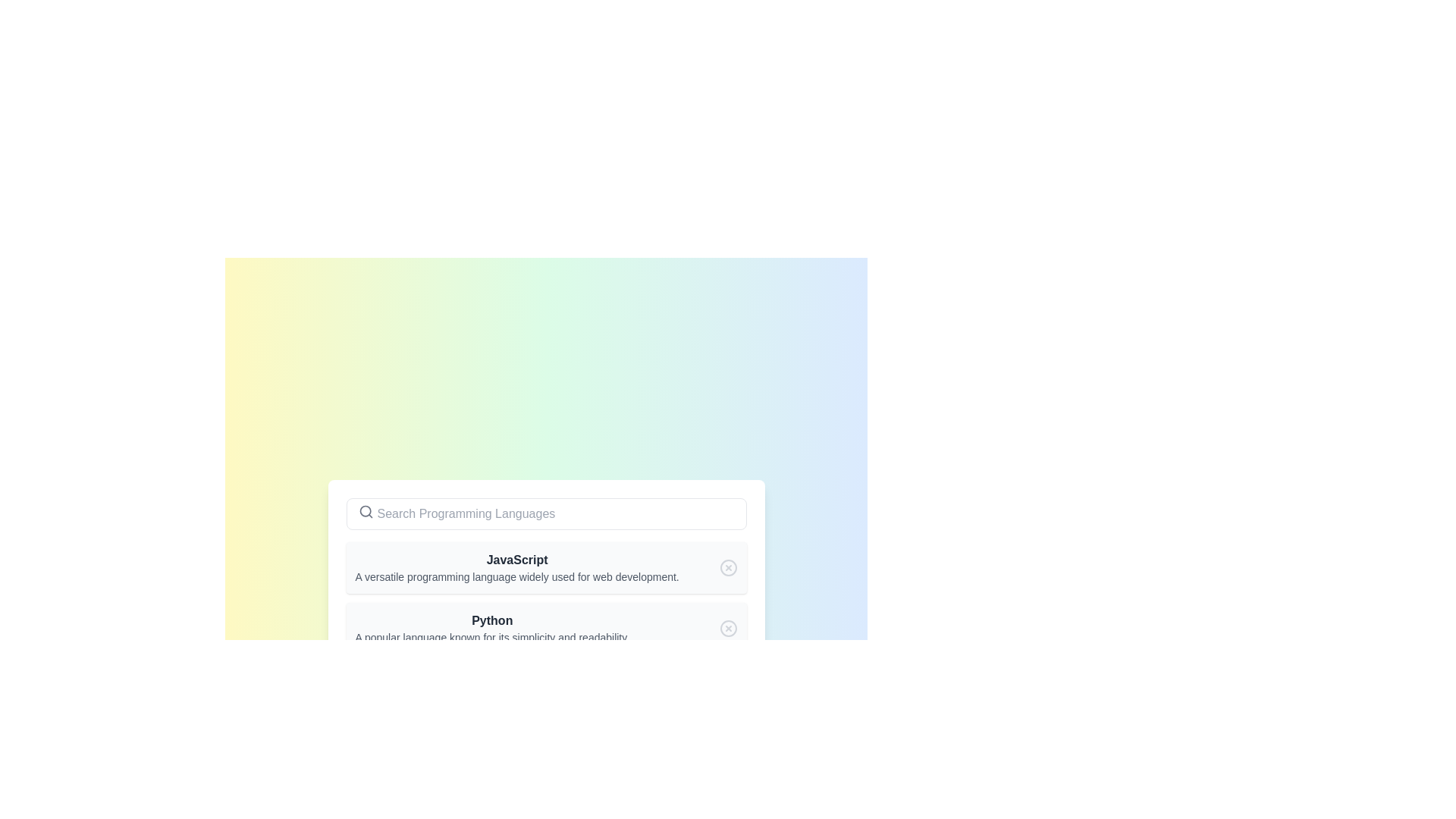  Describe the element at coordinates (517, 576) in the screenshot. I see `text block styled with a gray font that contains the content: 'A versatile programming language widely used for web development.' This text is located beneath the bold header 'JavaScript'` at that location.